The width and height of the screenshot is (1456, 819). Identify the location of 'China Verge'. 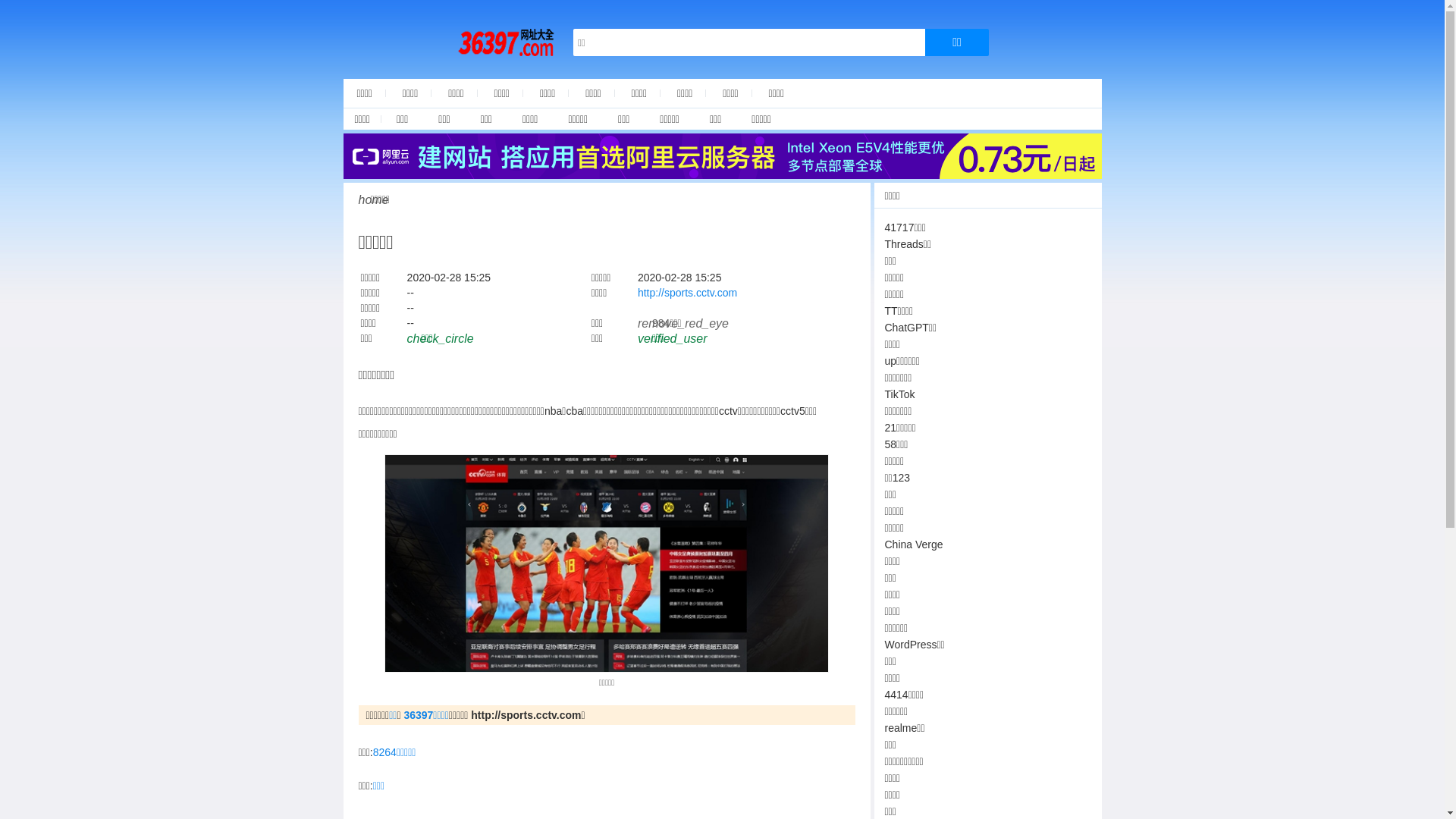
(912, 543).